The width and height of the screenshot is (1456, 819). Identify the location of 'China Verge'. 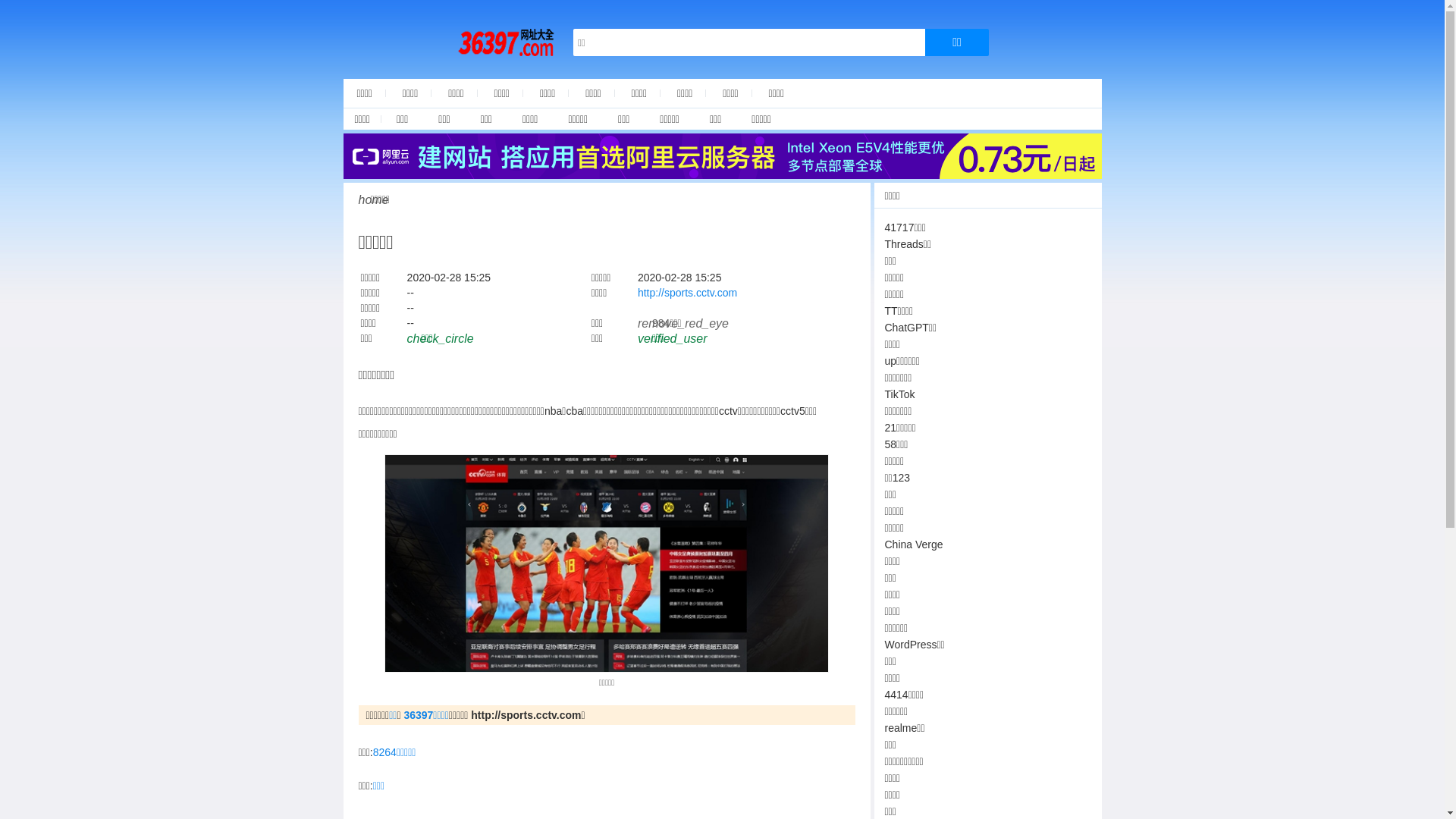
(912, 543).